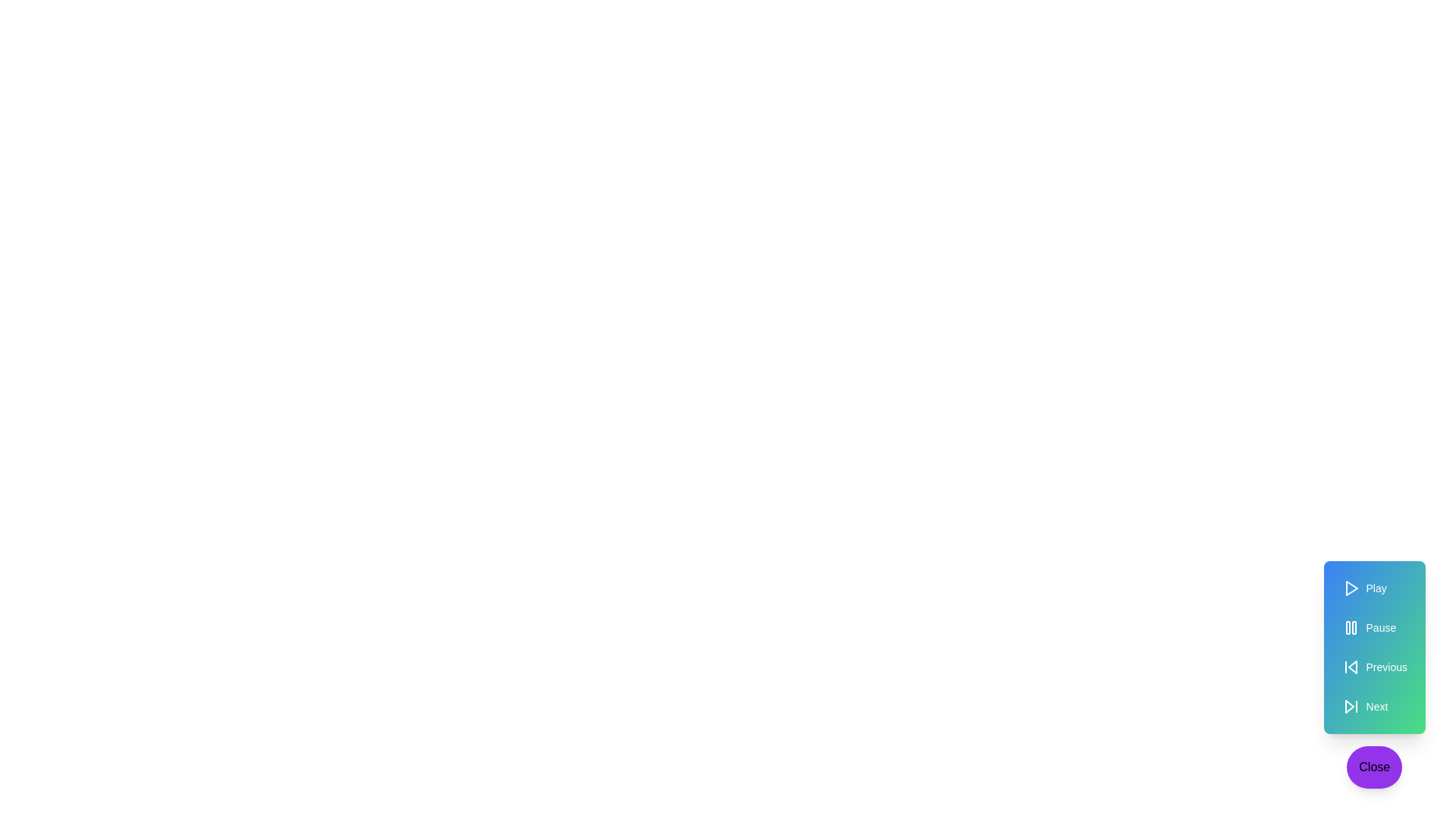 The height and width of the screenshot is (819, 1456). I want to click on the 'Play' button, so click(1374, 587).